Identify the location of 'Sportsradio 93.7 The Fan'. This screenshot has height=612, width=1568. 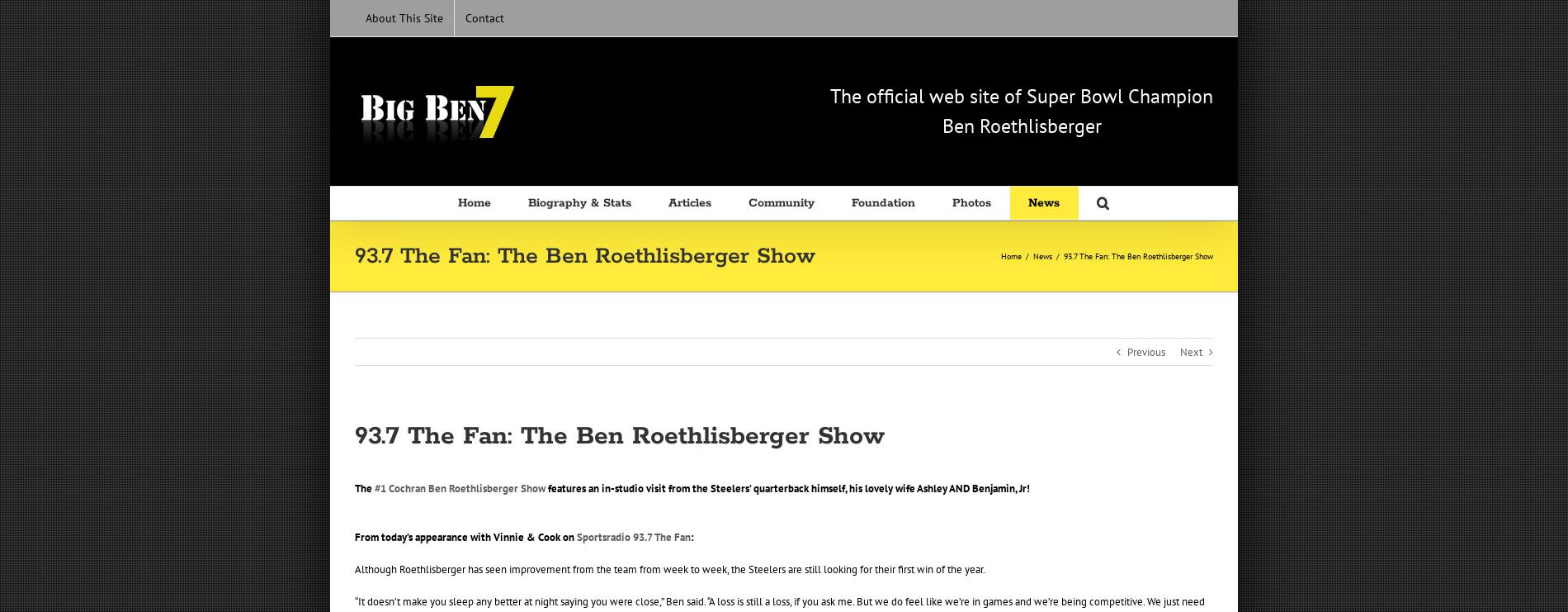
(632, 535).